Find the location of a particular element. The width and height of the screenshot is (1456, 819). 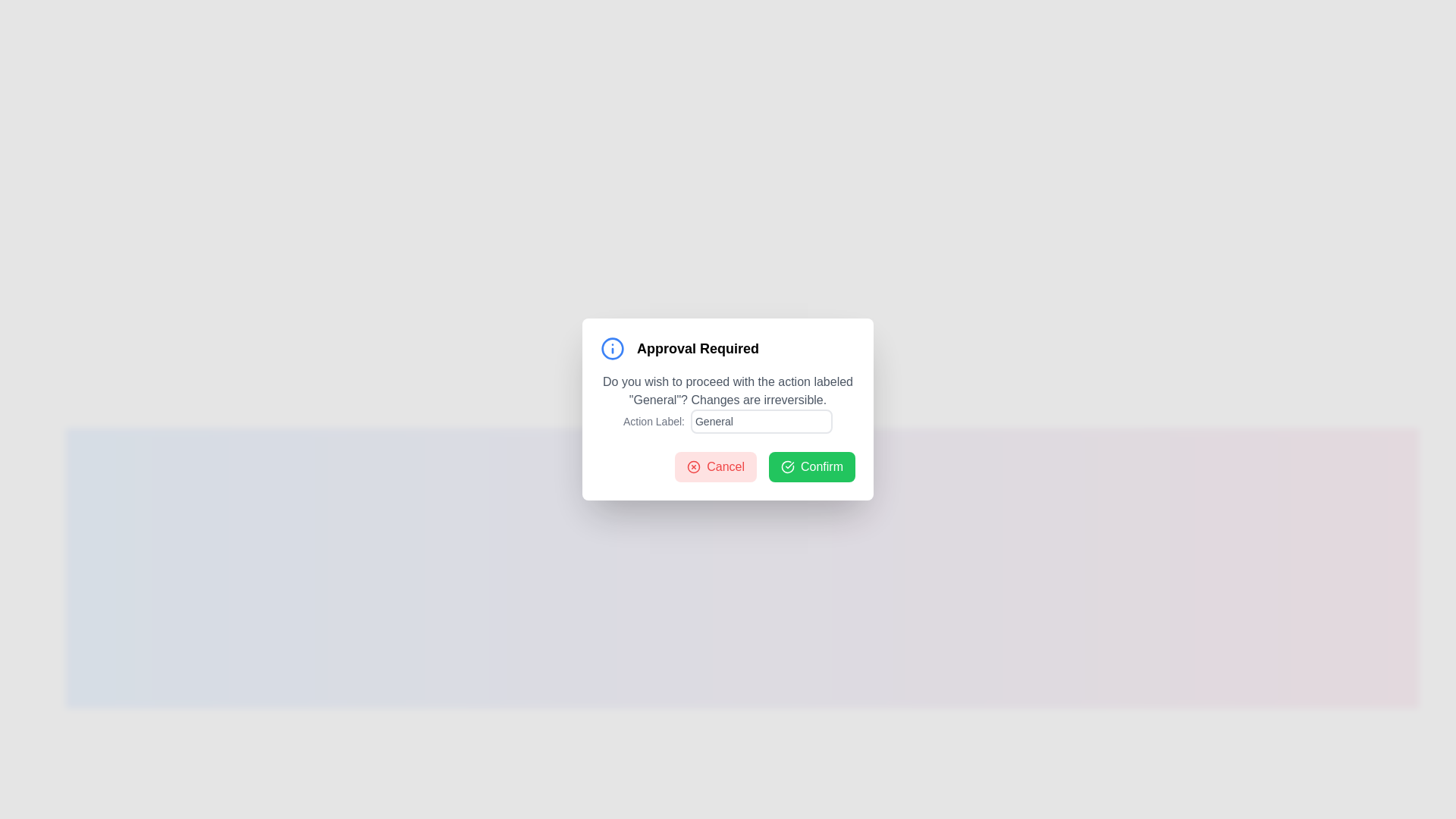

the 'Approval Required' title element with a blue info icon is located at coordinates (728, 348).